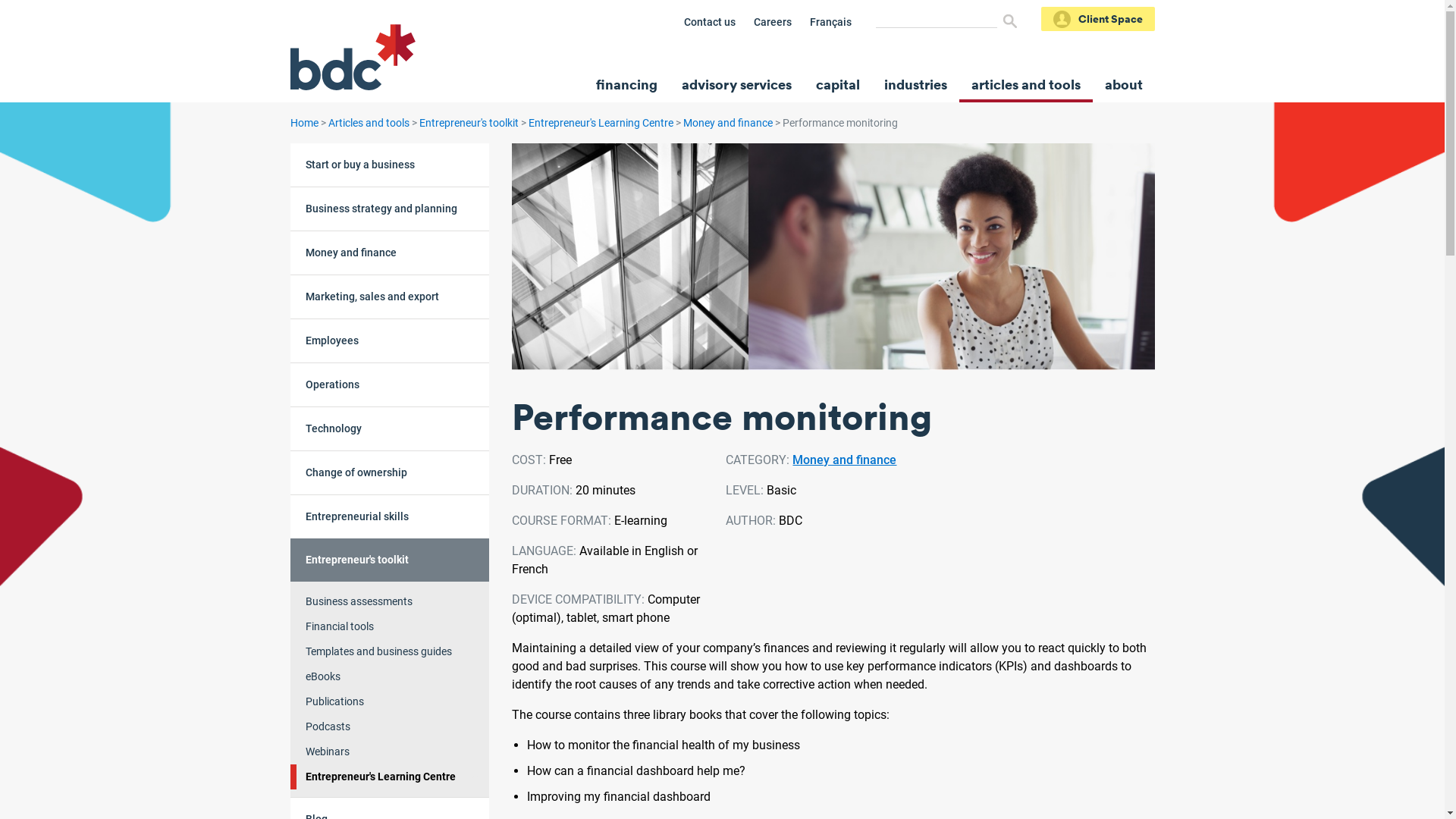 This screenshot has width=1456, height=819. Describe the element at coordinates (1025, 84) in the screenshot. I see `'articles and tools'` at that location.